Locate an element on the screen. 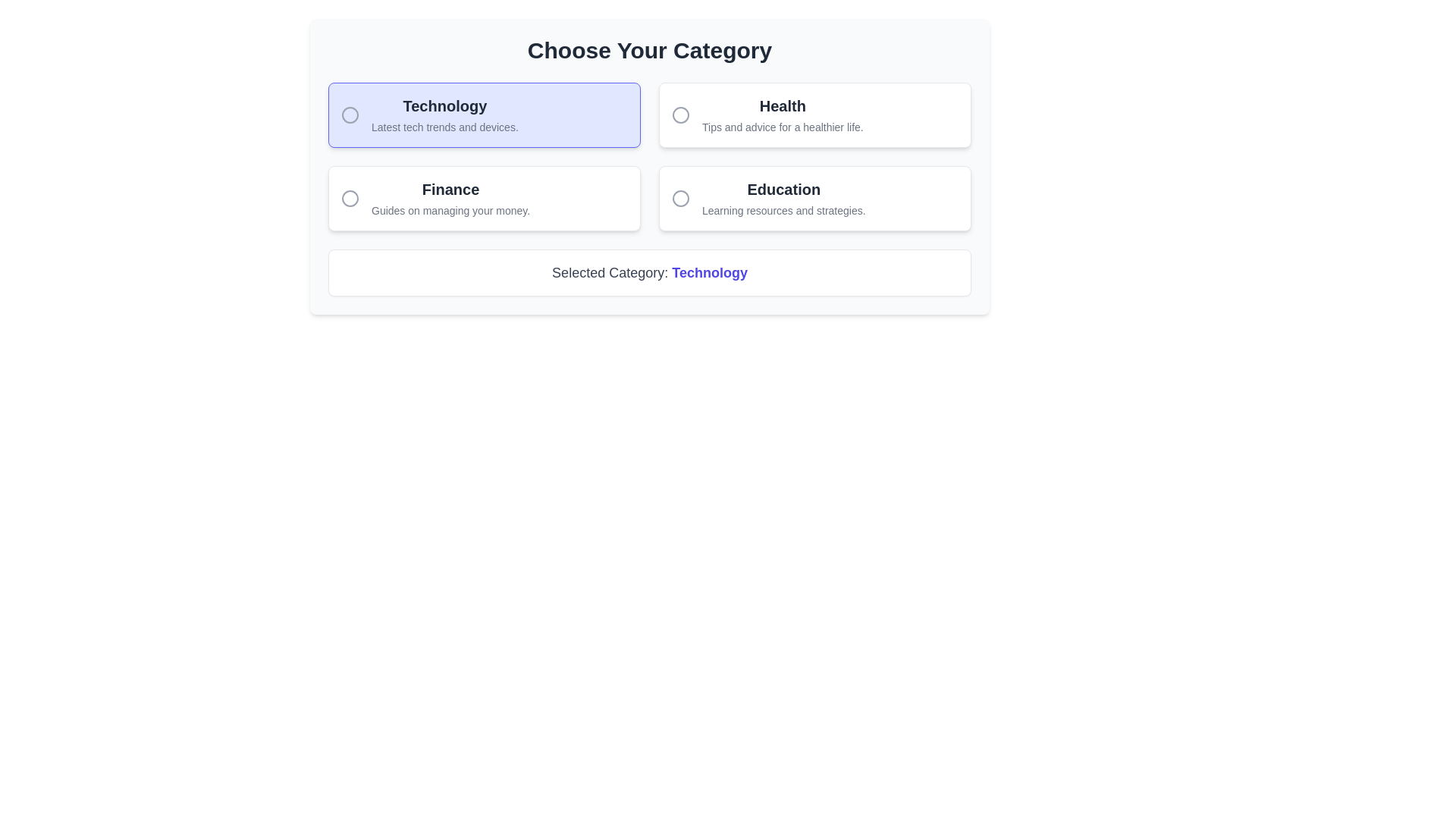 This screenshot has height=819, width=1456. the circular grayish icon located in the 'Health' category card, which is positioned to the left of the 'Health' text is located at coordinates (679, 114).